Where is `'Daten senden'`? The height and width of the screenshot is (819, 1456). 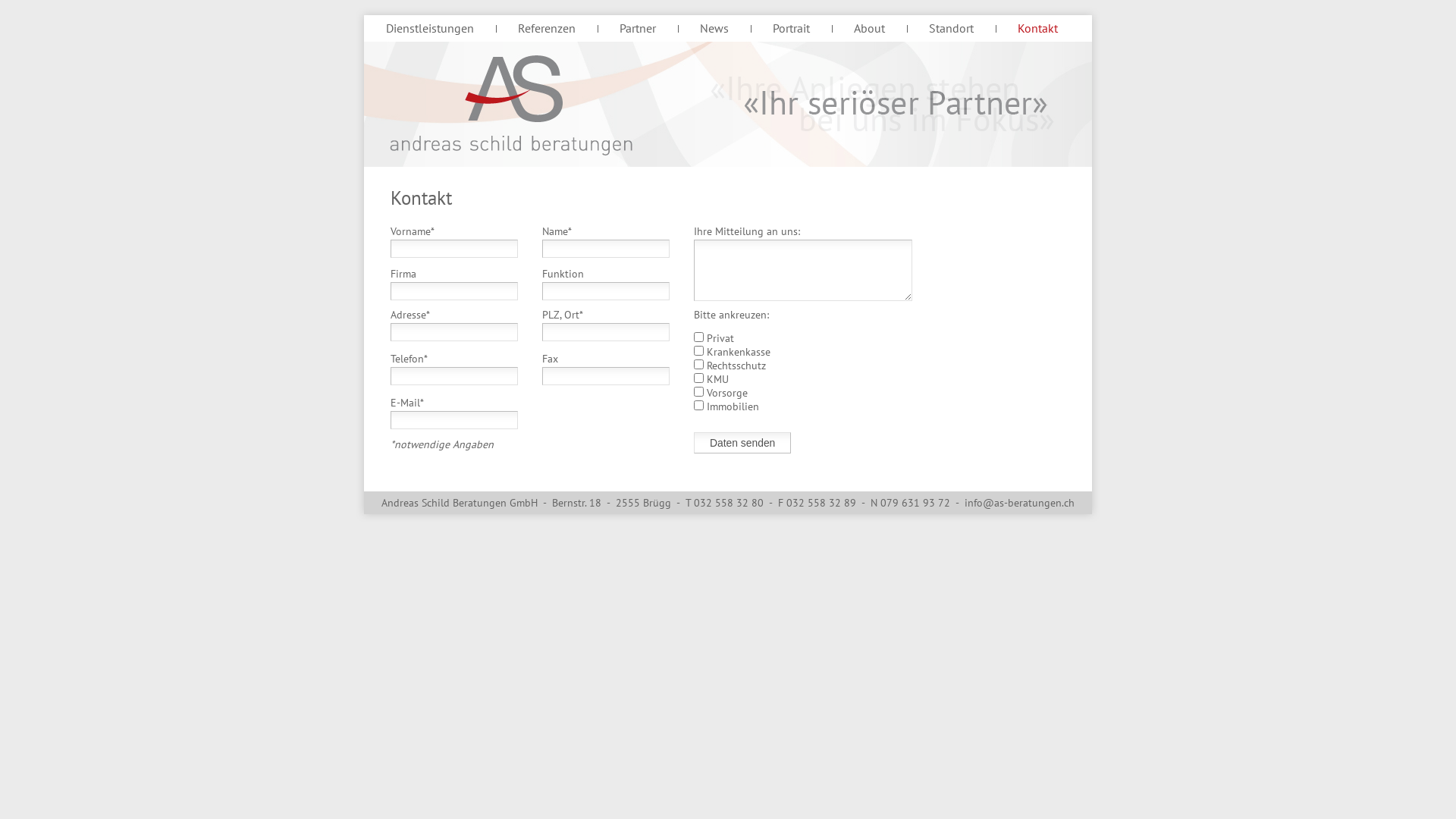 'Daten senden' is located at coordinates (742, 442).